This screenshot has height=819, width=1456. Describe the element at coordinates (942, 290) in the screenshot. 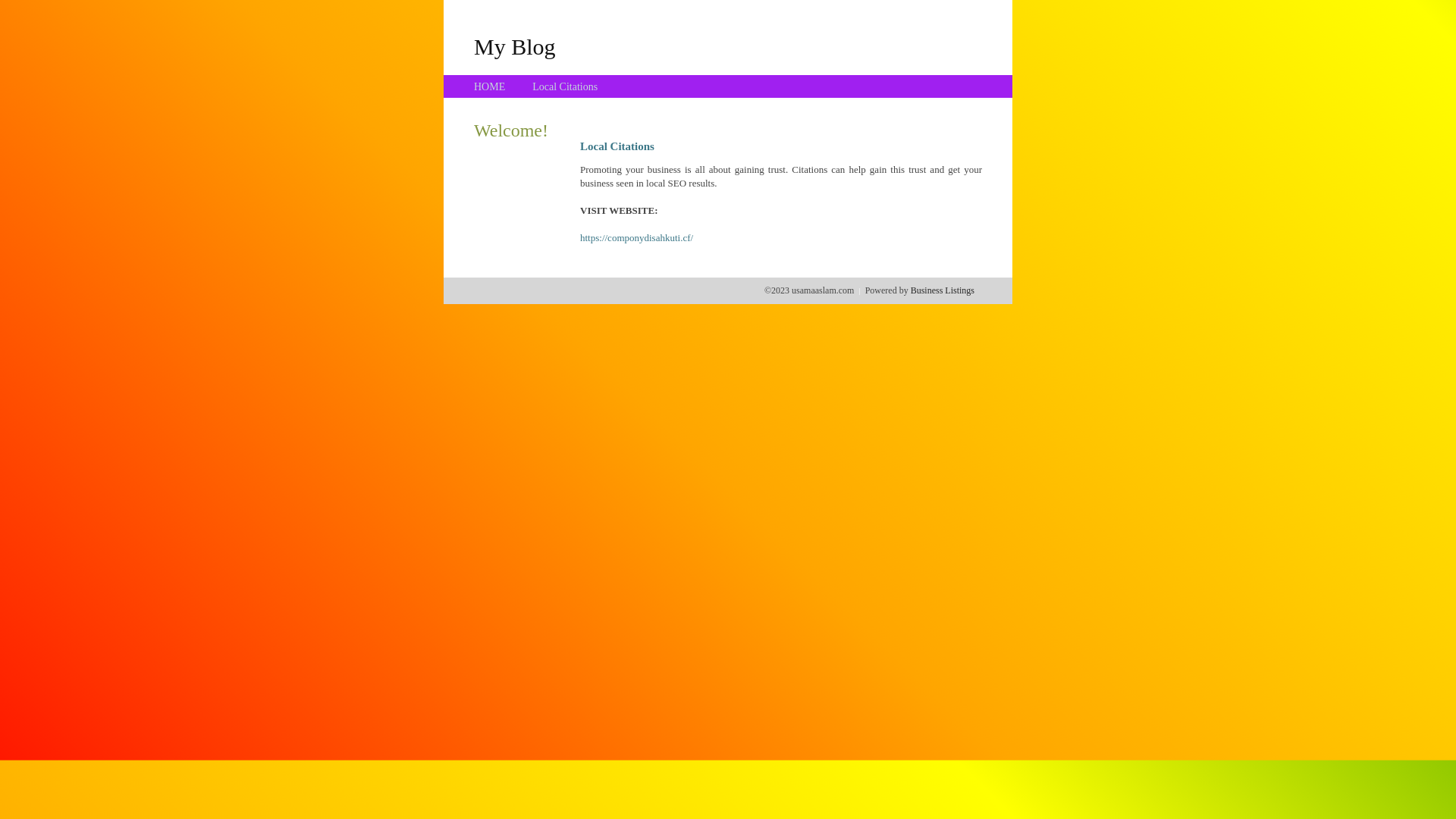

I see `'Business Listings'` at that location.